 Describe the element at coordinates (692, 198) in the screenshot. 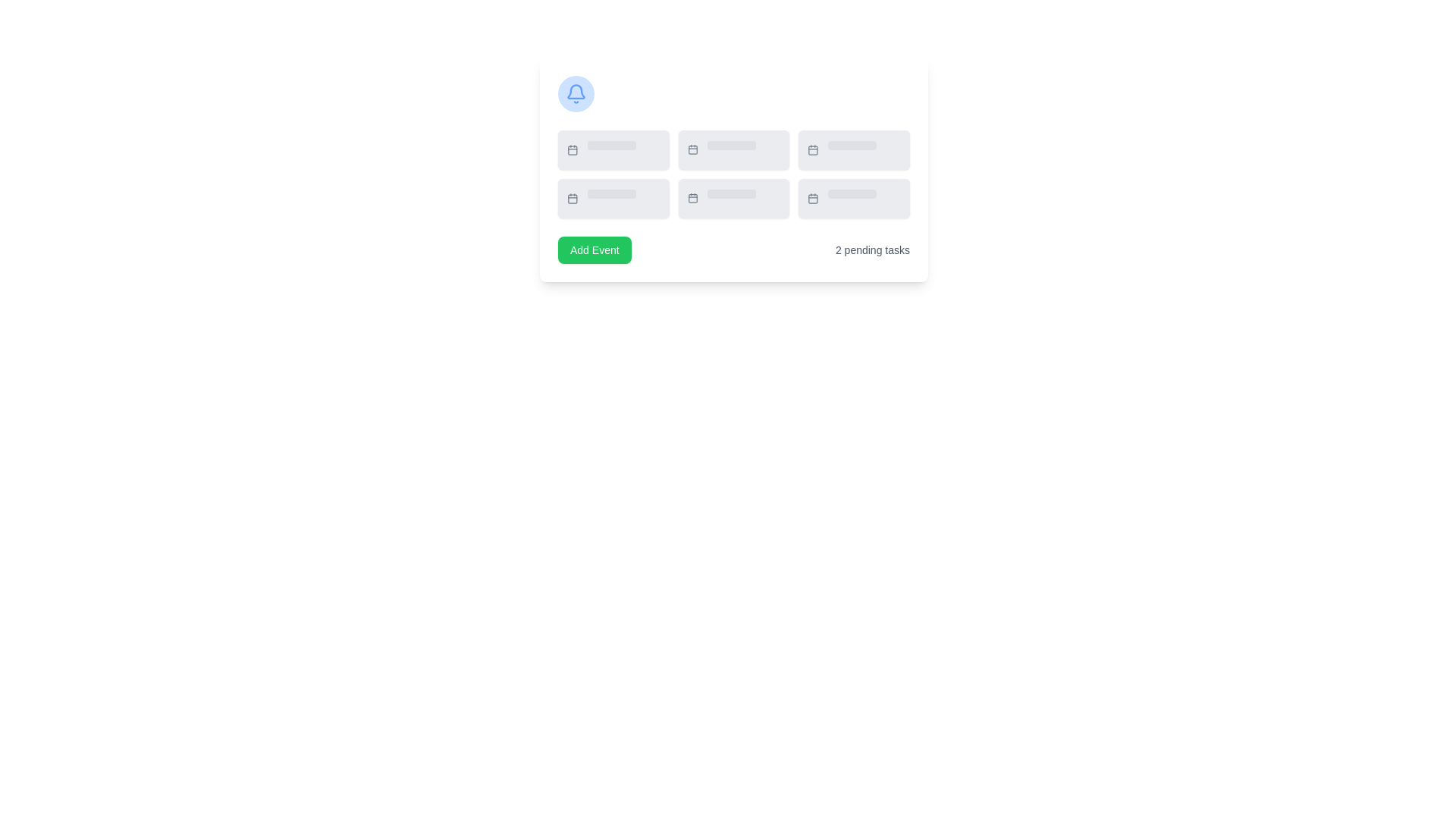

I see `the calendar SVG icon located in the second column of the lower row within a rounded rectangle card` at that location.